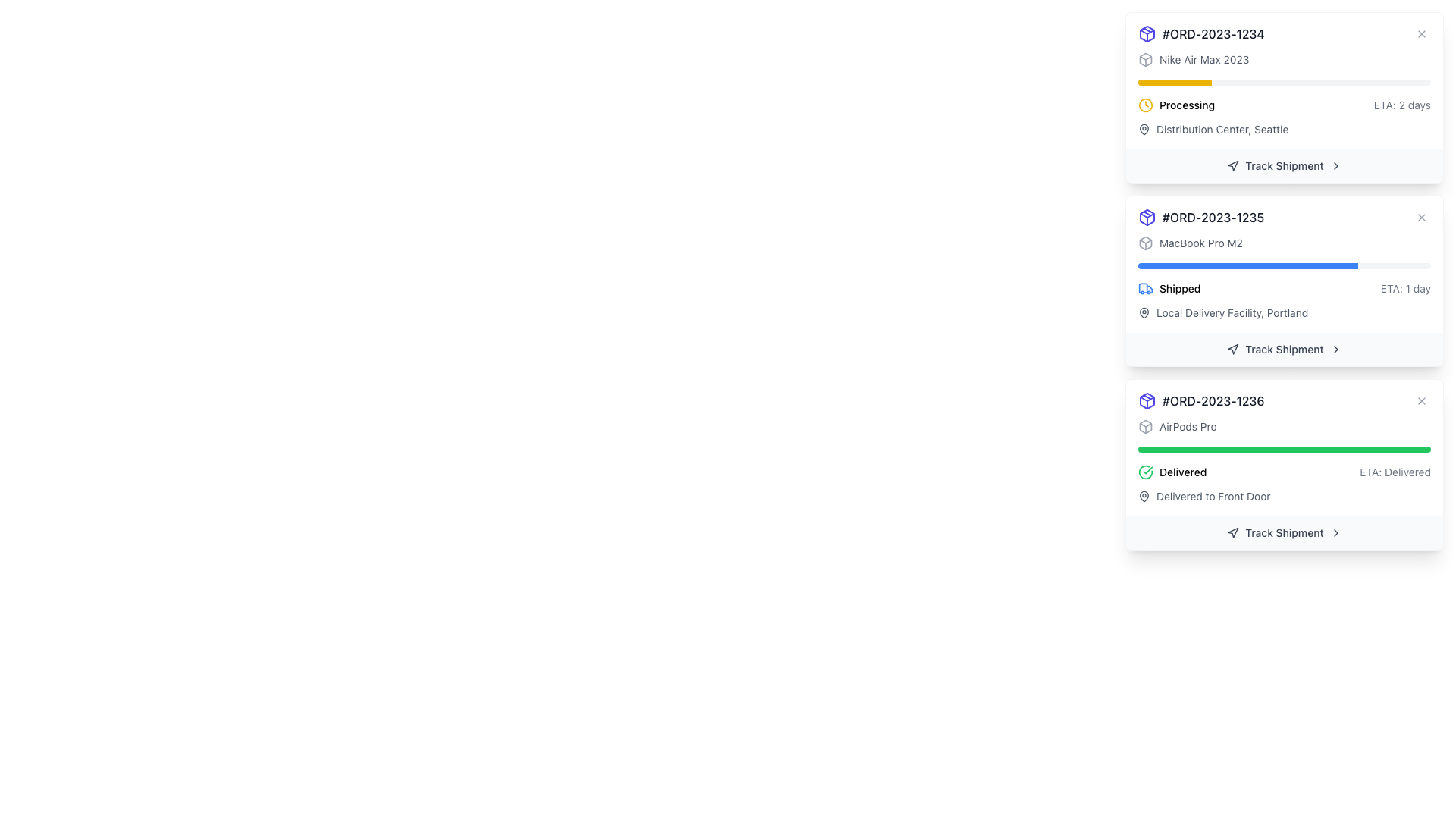 The width and height of the screenshot is (1456, 819). I want to click on the status label indicating successful delivery, so click(1182, 472).